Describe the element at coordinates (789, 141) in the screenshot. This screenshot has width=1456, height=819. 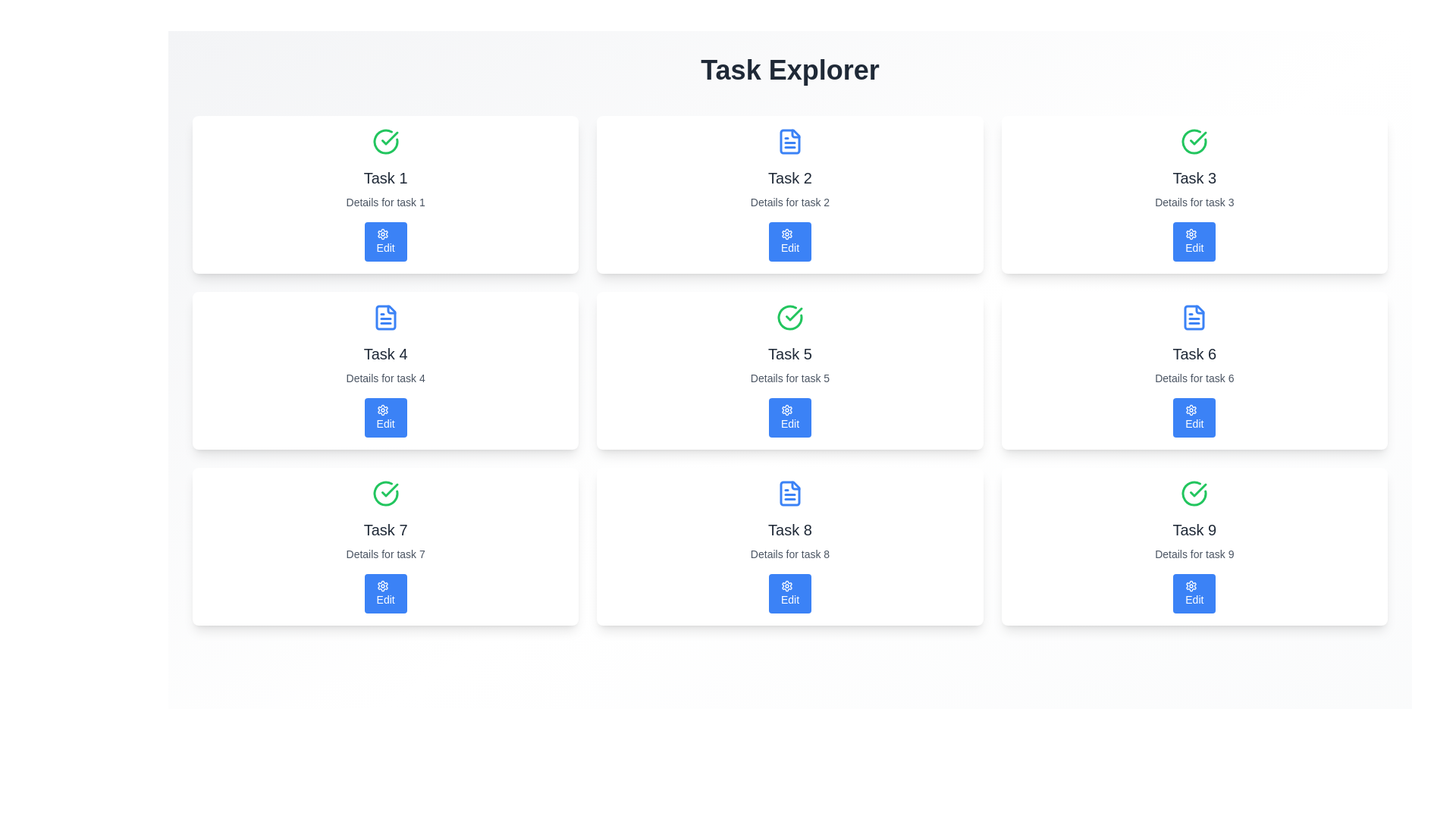
I see `the blue document SVG icon associated with 'Task 2' in the second card of the top row` at that location.